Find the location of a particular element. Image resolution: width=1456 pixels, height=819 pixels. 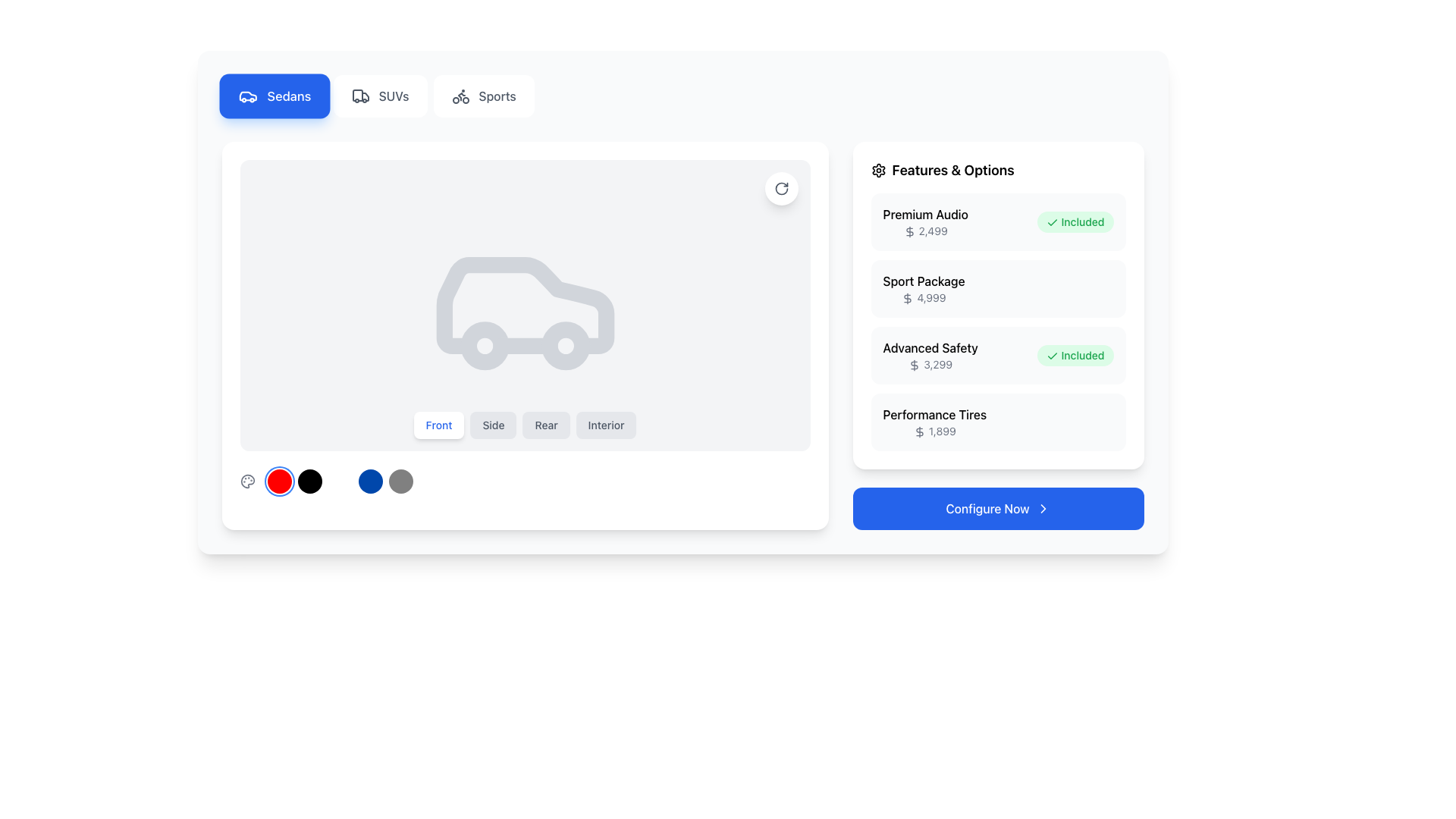

the right arrow icon, which is styled as a Lucide Chevron Right icon, located at the rightmost edge of the 'Configure Now' button is located at coordinates (1042, 509).